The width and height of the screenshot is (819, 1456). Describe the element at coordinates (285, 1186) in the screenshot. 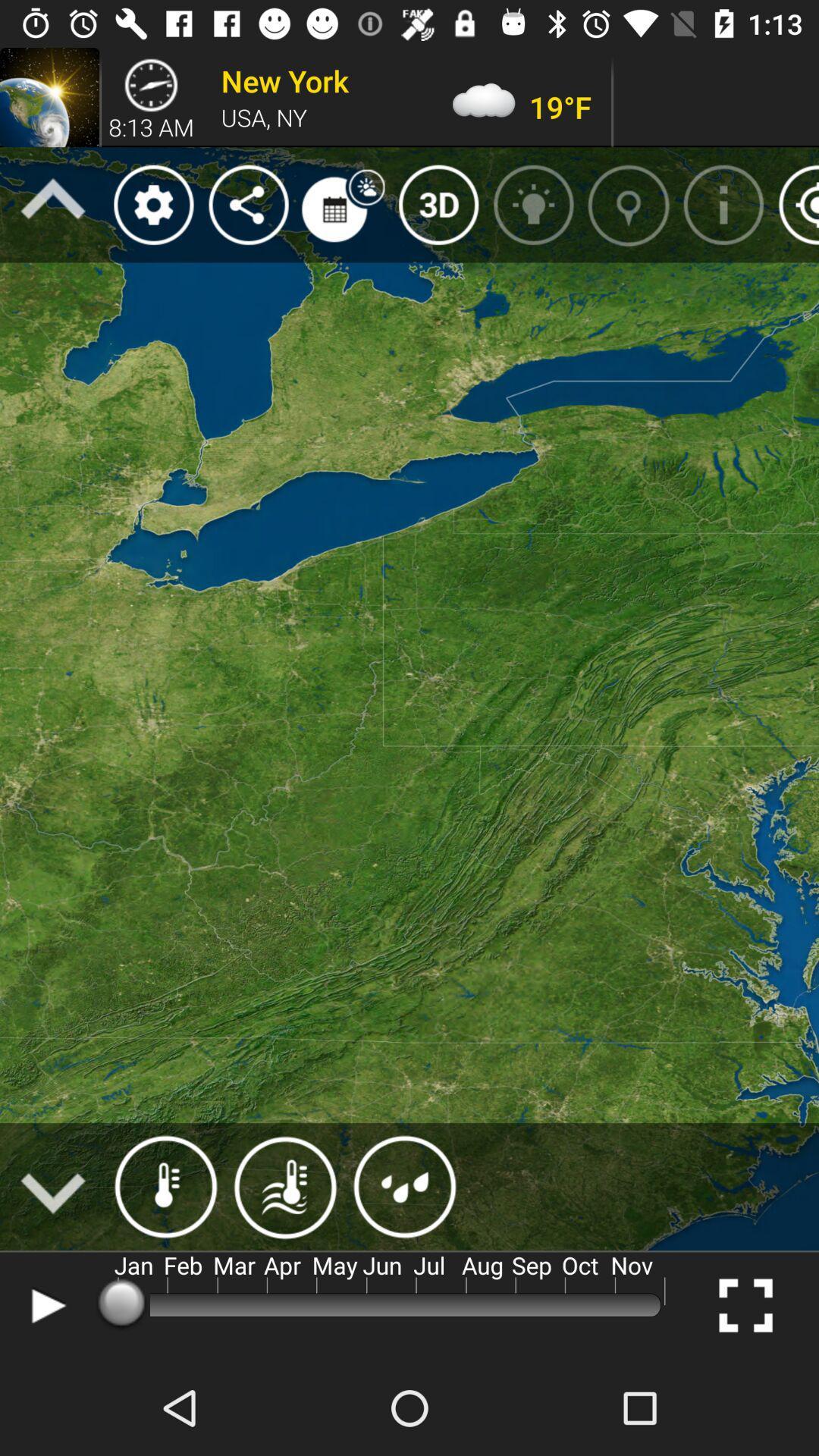

I see `the weather icon` at that location.